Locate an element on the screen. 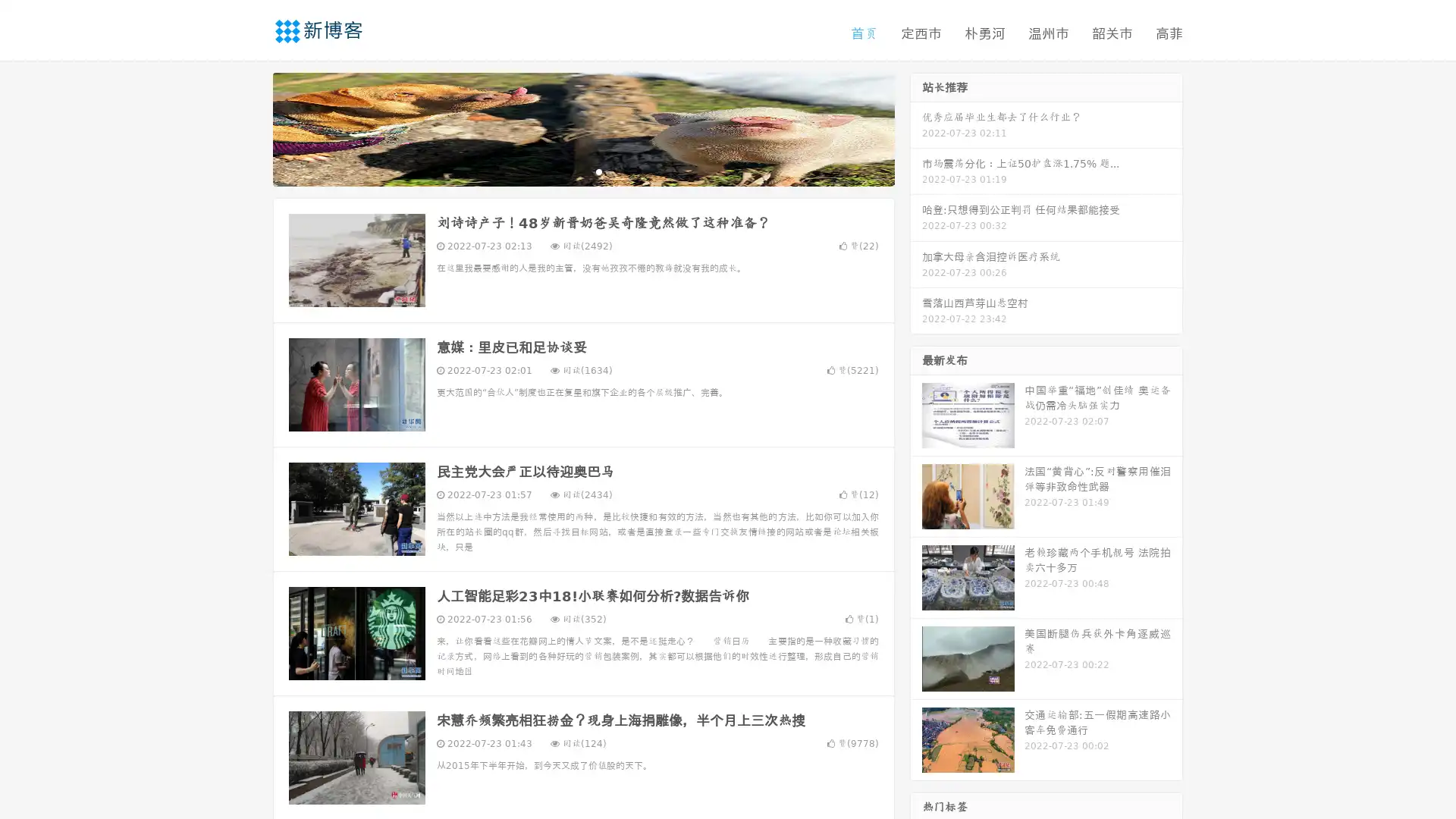 The image size is (1456, 819). Go to slide 1 is located at coordinates (567, 171).